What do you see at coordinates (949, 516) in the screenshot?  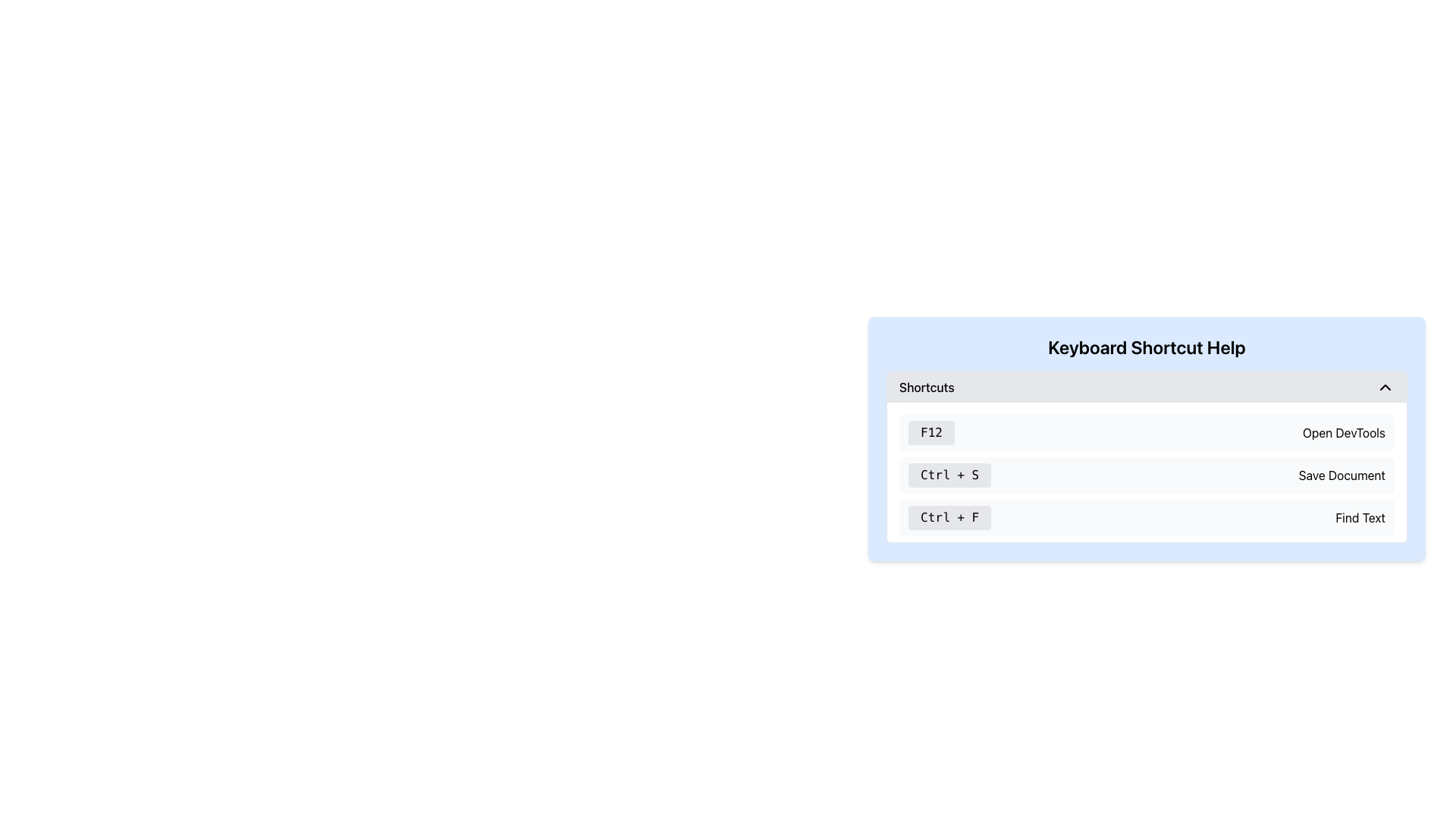 I see `the 'Ctrl + F' button, which is a rectangular button with a light gray background and black text, located under 'Keyboard Shortcut Help.'` at bounding box center [949, 516].